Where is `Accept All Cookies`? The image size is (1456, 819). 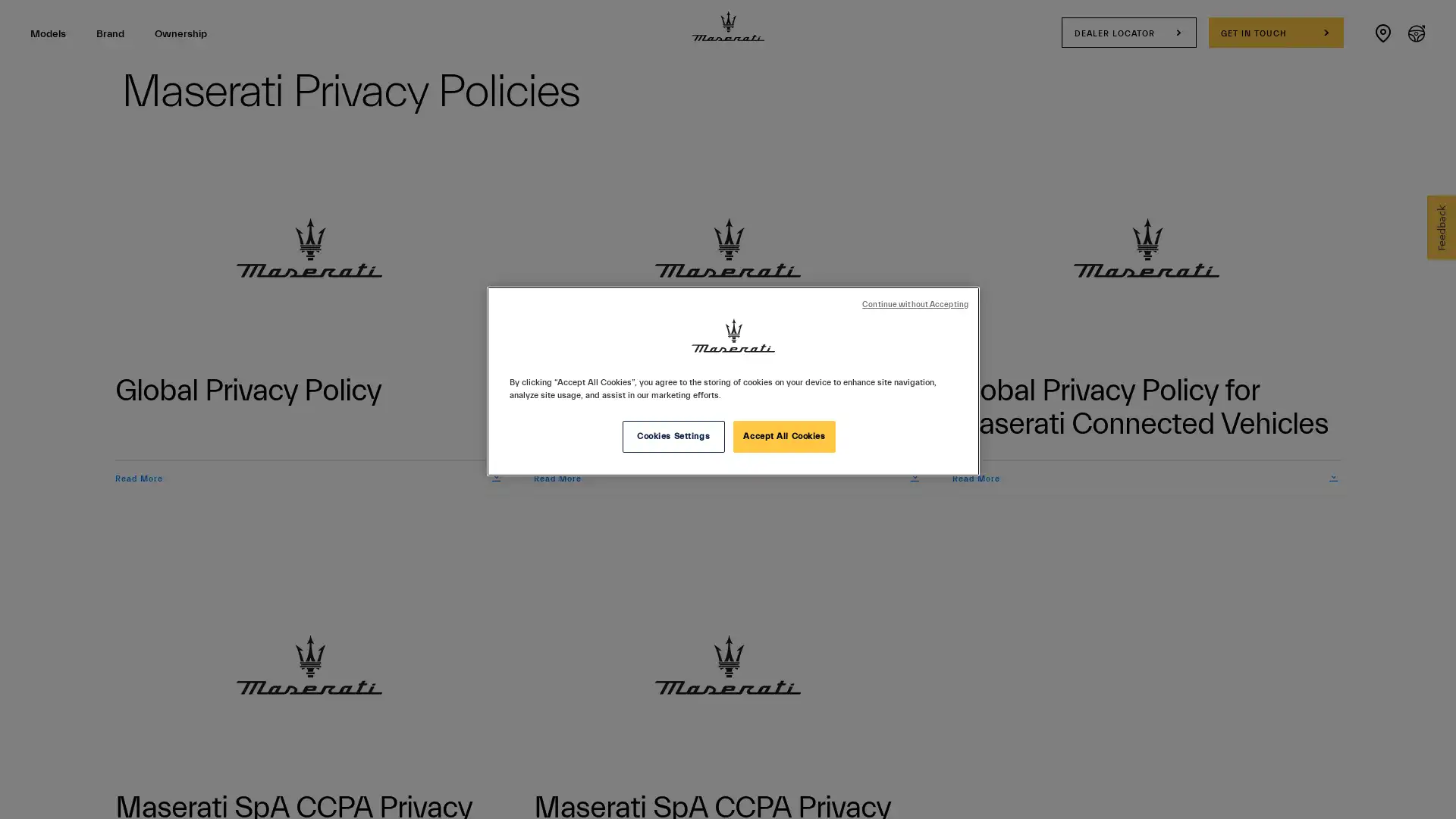
Accept All Cookies is located at coordinates (784, 436).